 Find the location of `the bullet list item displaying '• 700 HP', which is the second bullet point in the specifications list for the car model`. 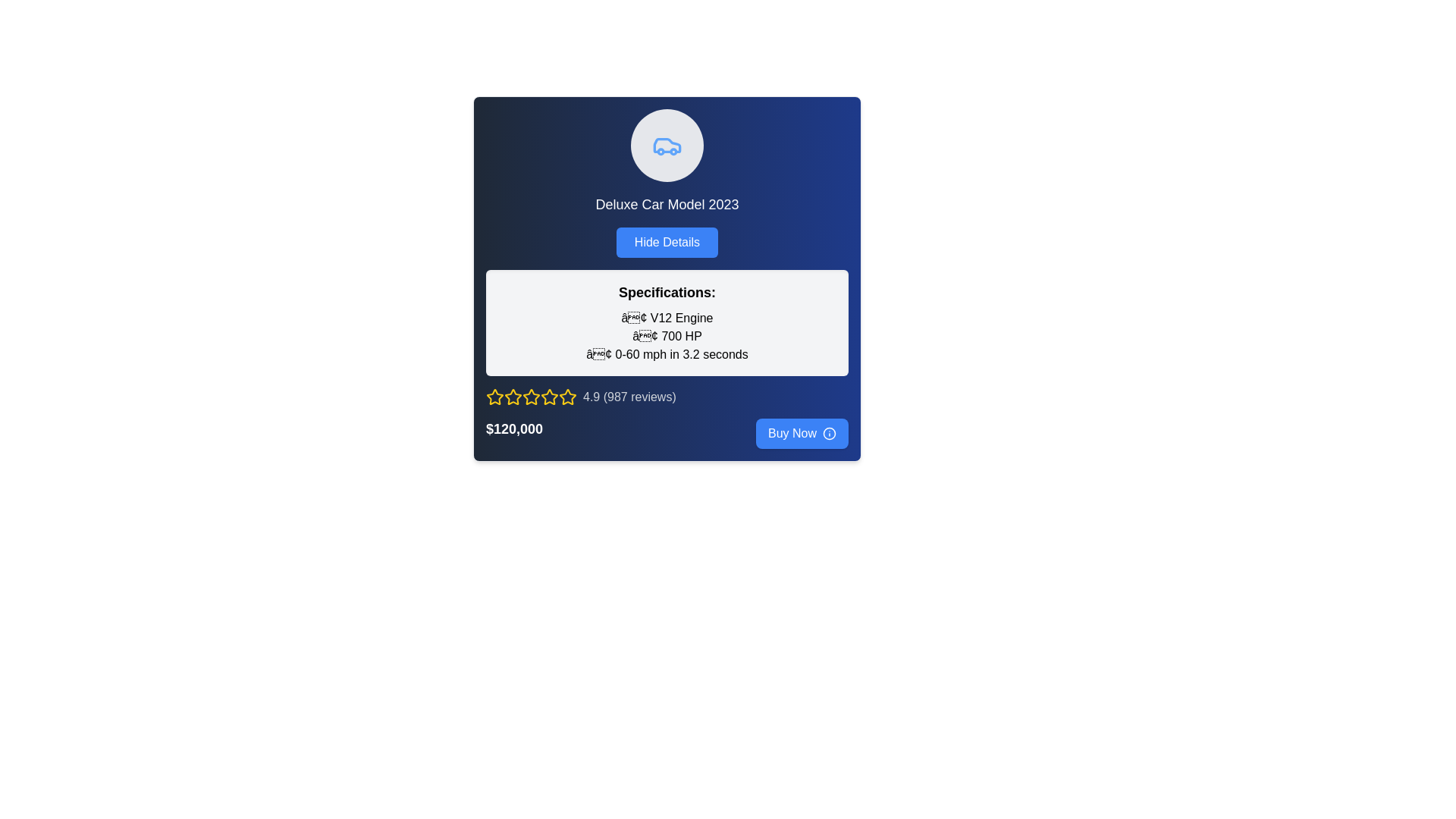

the bullet list item displaying '• 700 HP', which is the second bullet point in the specifications list for the car model is located at coordinates (667, 335).